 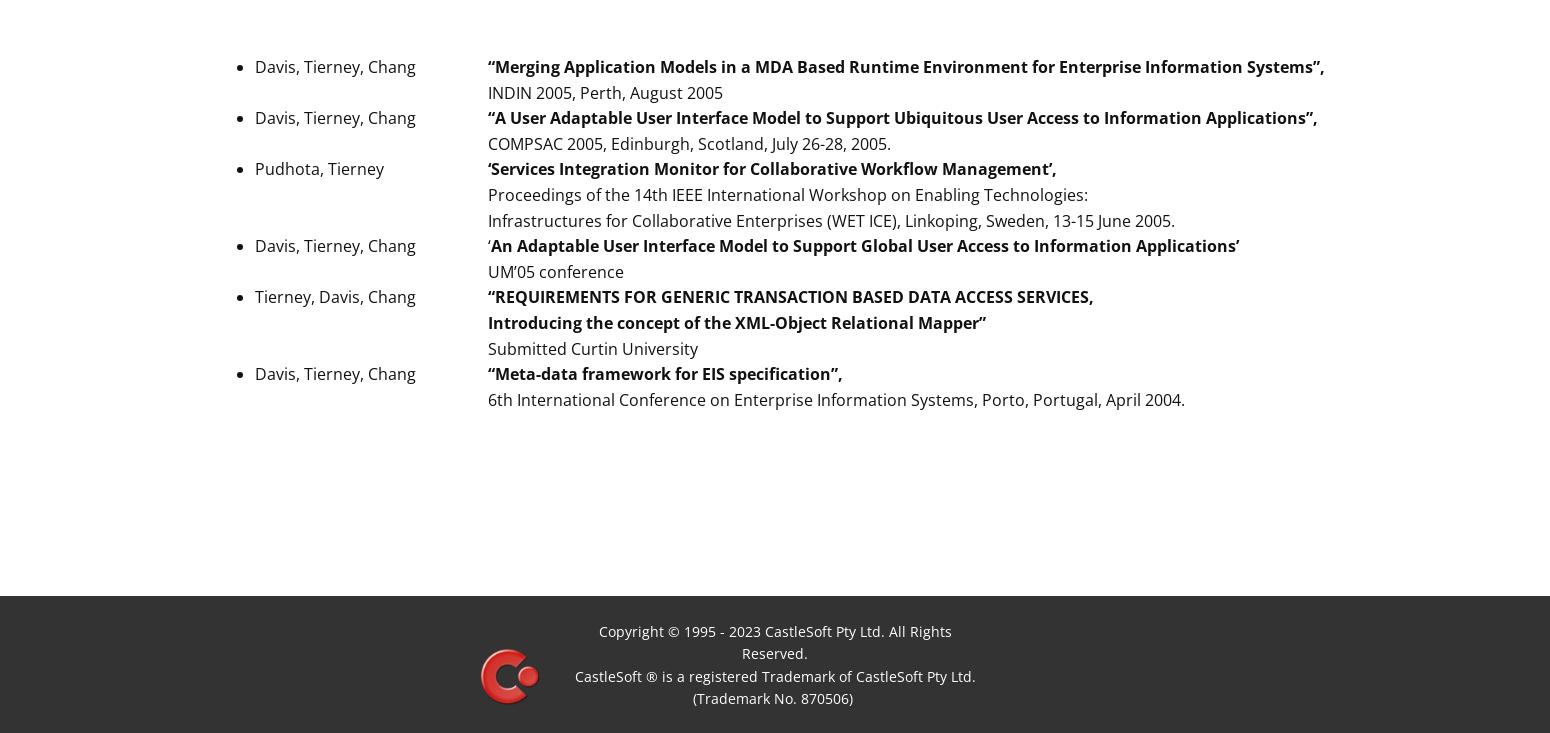 I want to click on 'CastleSoft ® is a registered Trademark of CastleSoft Pty Ltd.', so click(x=774, y=675).